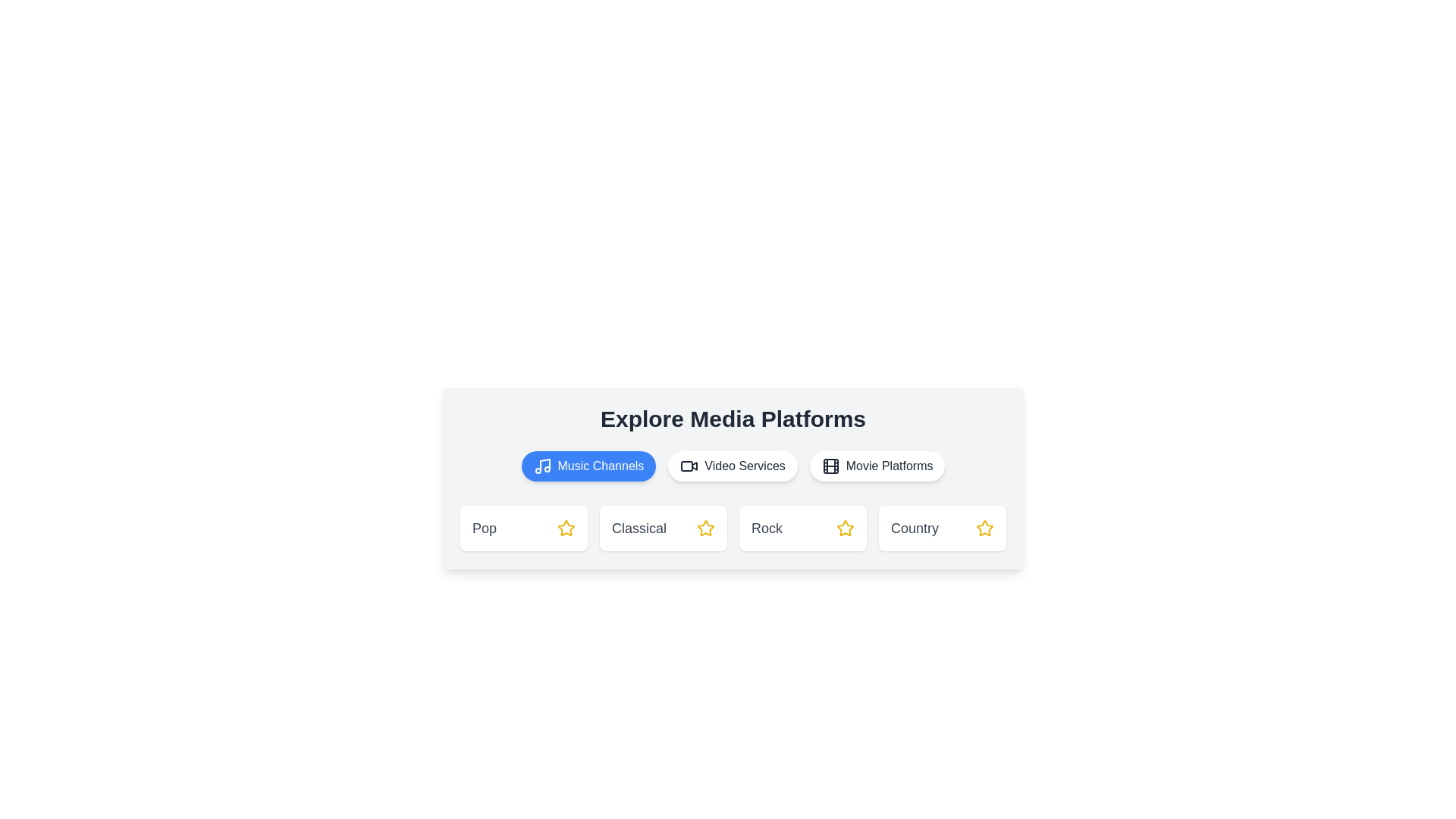 The image size is (1456, 819). Describe the element at coordinates (686, 465) in the screenshot. I see `the rounded rectangle element inside the SVG media player icon, which is styled with a stroke and no fill` at that location.